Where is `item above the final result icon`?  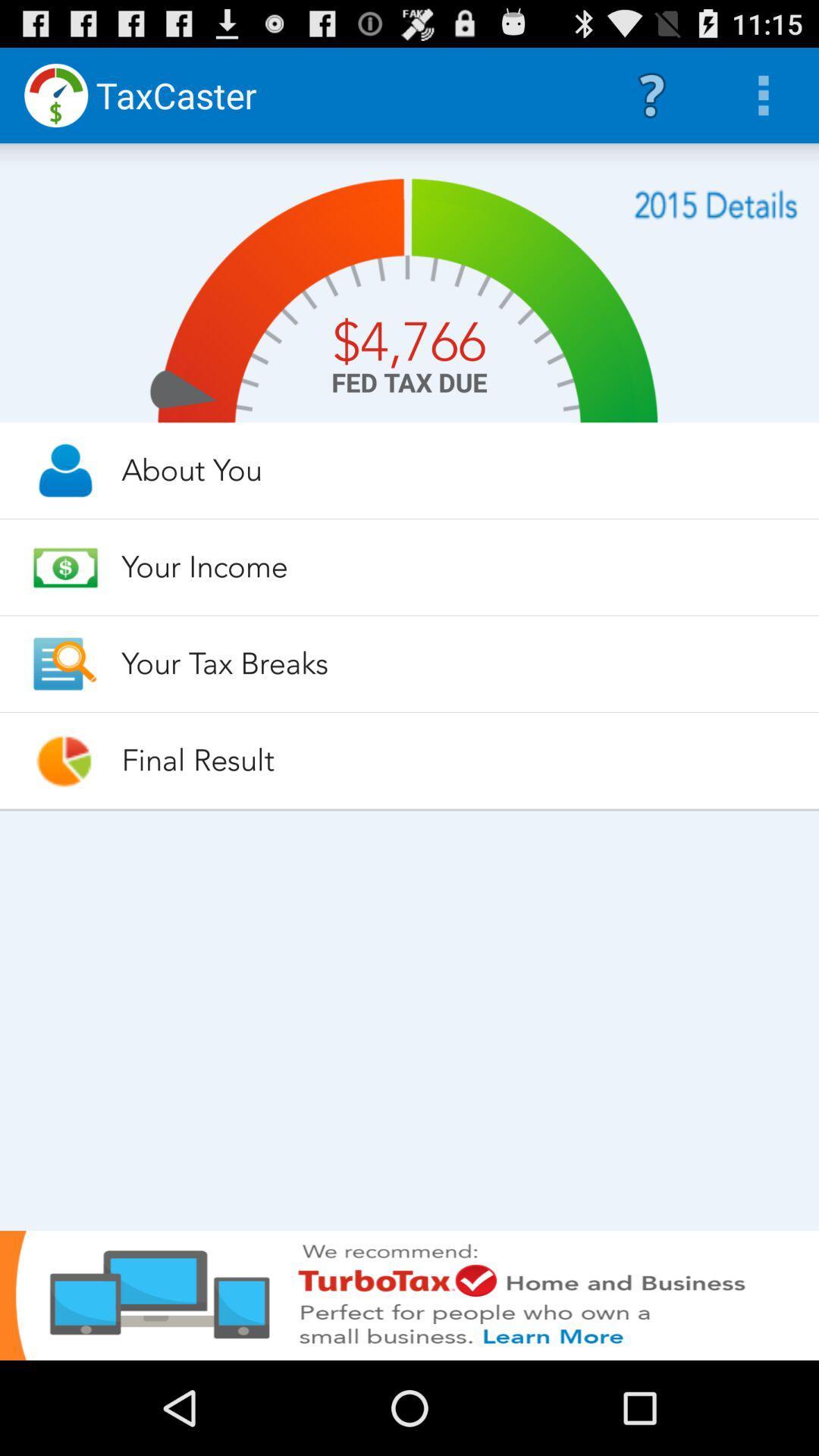 item above the final result icon is located at coordinates (456, 664).